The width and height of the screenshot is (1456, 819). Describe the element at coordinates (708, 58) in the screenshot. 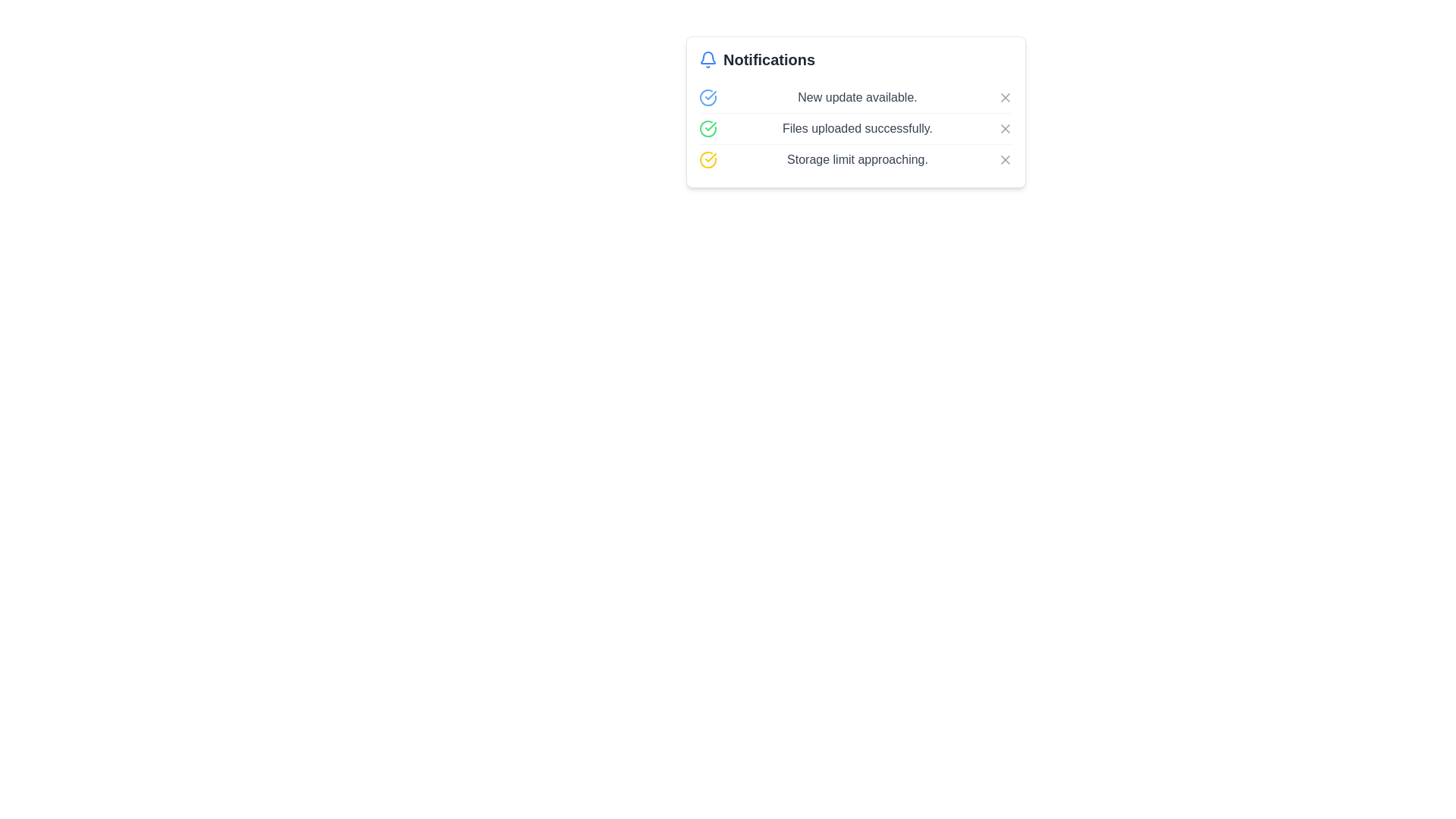

I see `the blue bell-shaped icon located to the left of the 'Notifications' text in the notification panel` at that location.